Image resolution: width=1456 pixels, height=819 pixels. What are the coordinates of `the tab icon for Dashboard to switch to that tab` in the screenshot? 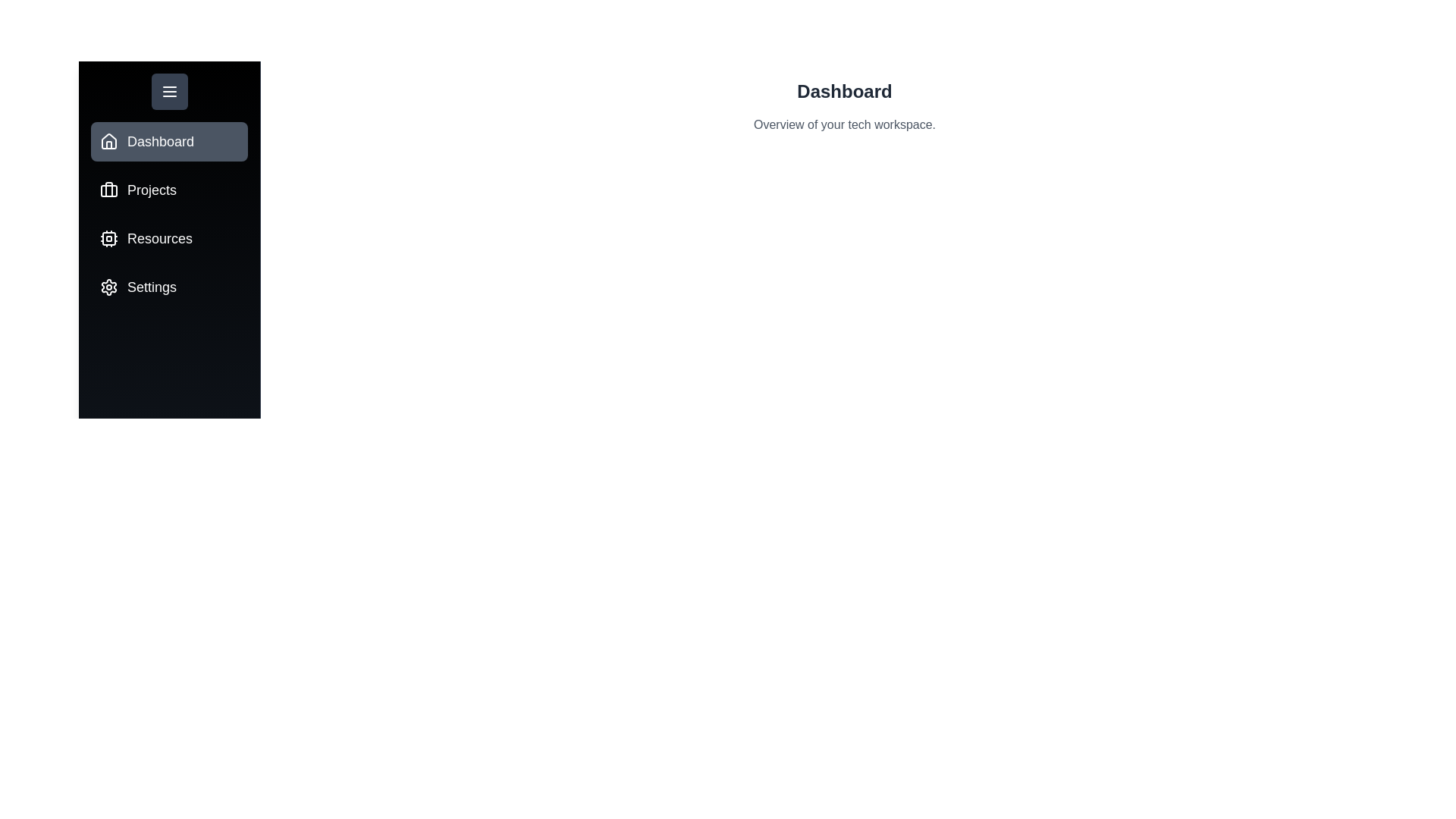 It's located at (108, 141).